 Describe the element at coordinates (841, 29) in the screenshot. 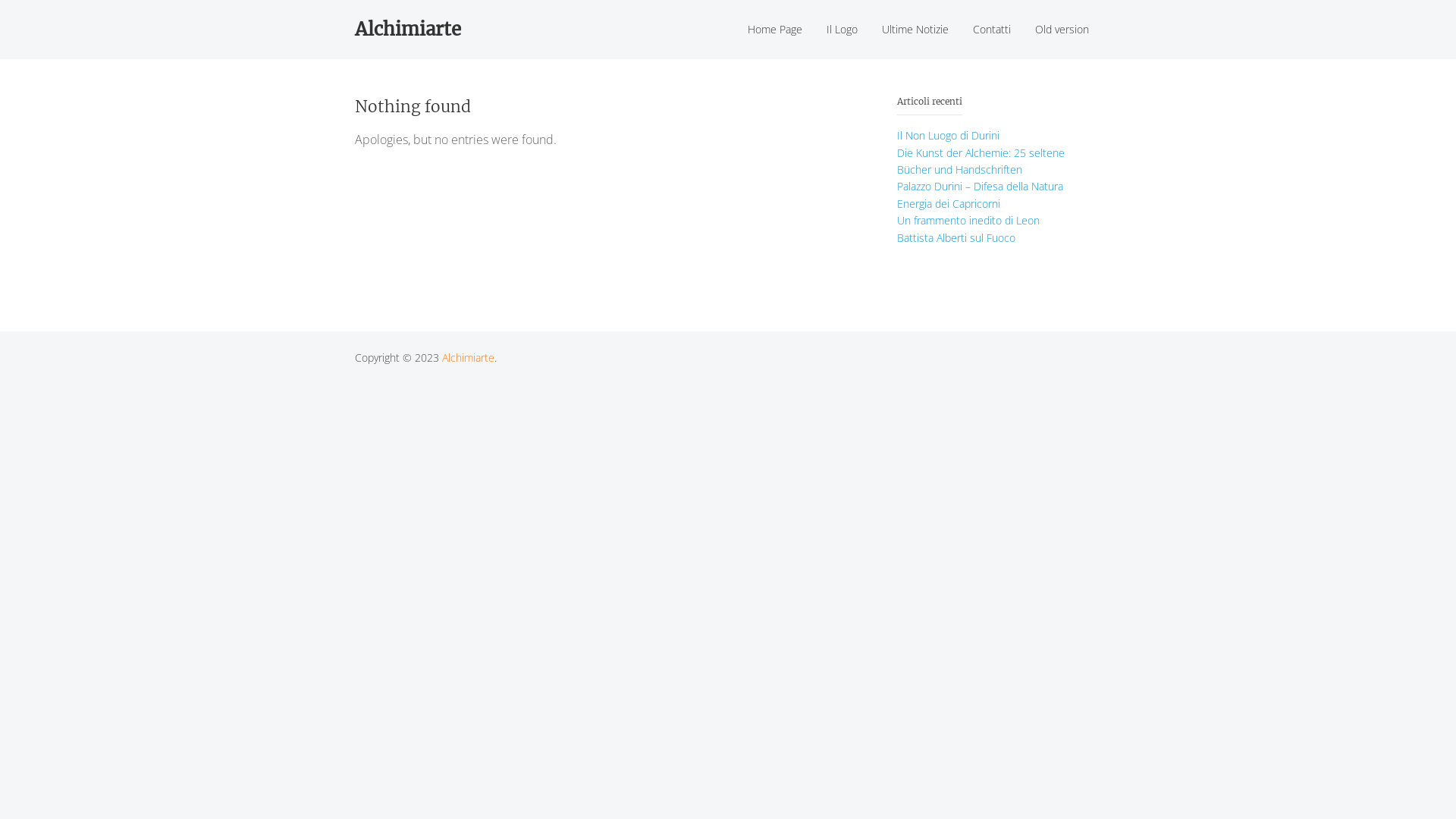

I see `'Il Logo'` at that location.